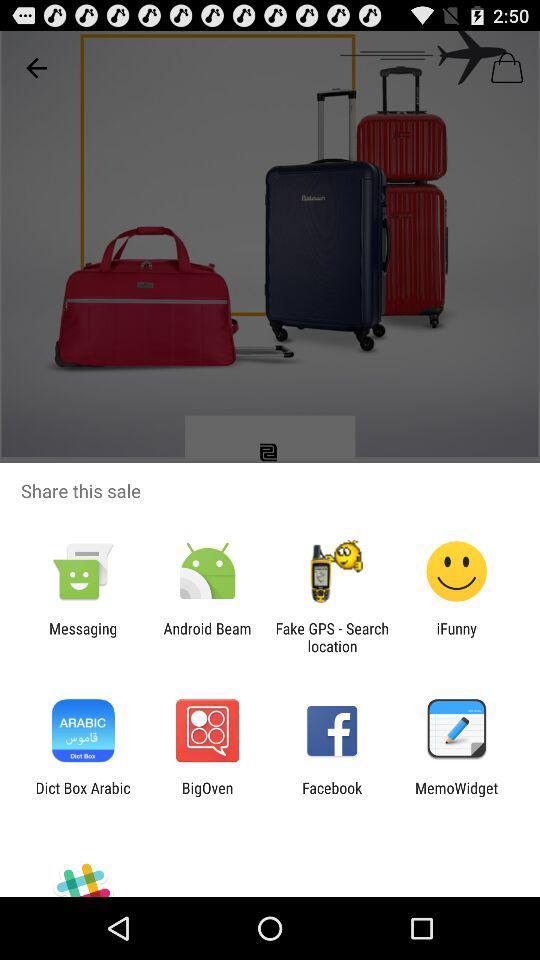 Image resolution: width=540 pixels, height=960 pixels. What do you see at coordinates (82, 796) in the screenshot?
I see `the dict box arabic item` at bounding box center [82, 796].